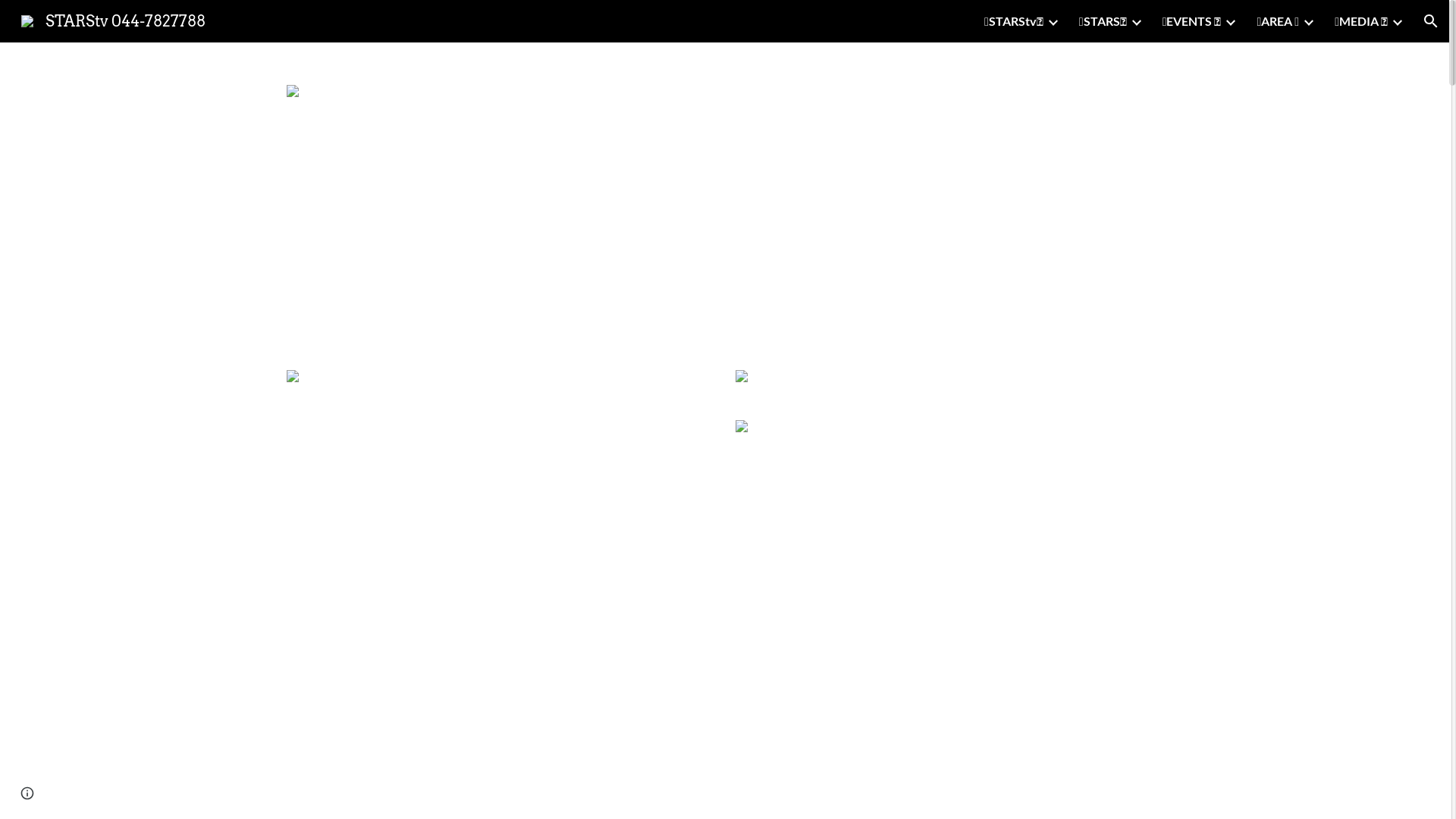 The height and width of the screenshot is (819, 1456). Describe the element at coordinates (1230, 20) in the screenshot. I see `'Expand/Collapse'` at that location.